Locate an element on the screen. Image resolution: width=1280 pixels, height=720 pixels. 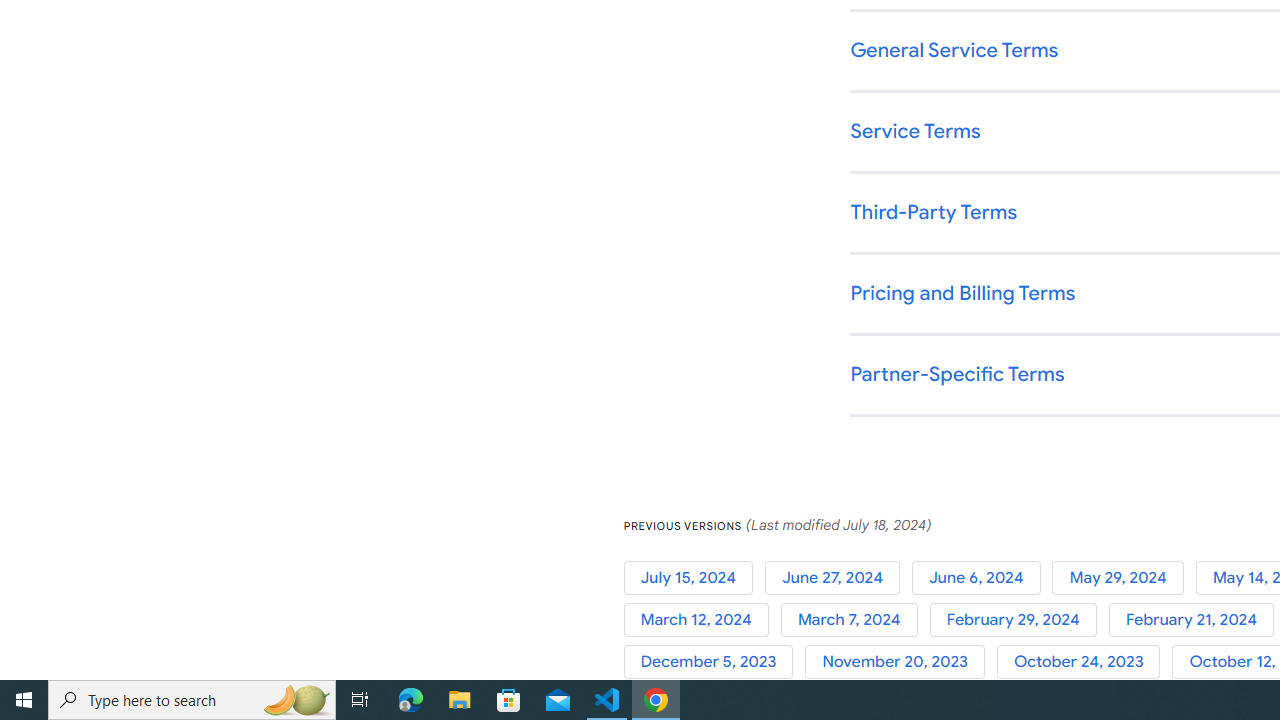
'May 29, 2024' is located at coordinates (1123, 577).